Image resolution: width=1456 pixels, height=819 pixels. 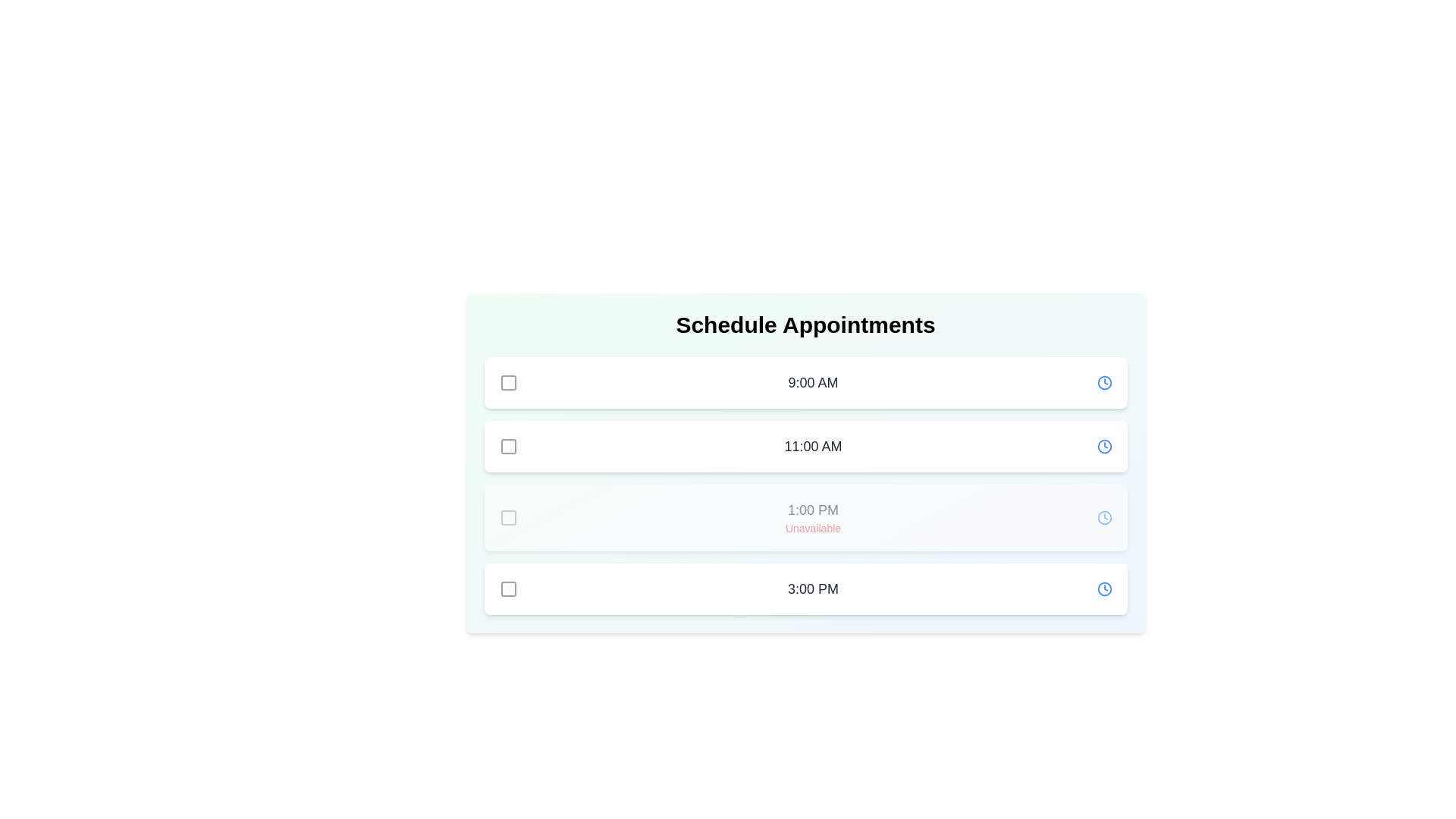 What do you see at coordinates (1104, 516) in the screenshot?
I see `the clock icon next to the time slot 1:00 PM` at bounding box center [1104, 516].